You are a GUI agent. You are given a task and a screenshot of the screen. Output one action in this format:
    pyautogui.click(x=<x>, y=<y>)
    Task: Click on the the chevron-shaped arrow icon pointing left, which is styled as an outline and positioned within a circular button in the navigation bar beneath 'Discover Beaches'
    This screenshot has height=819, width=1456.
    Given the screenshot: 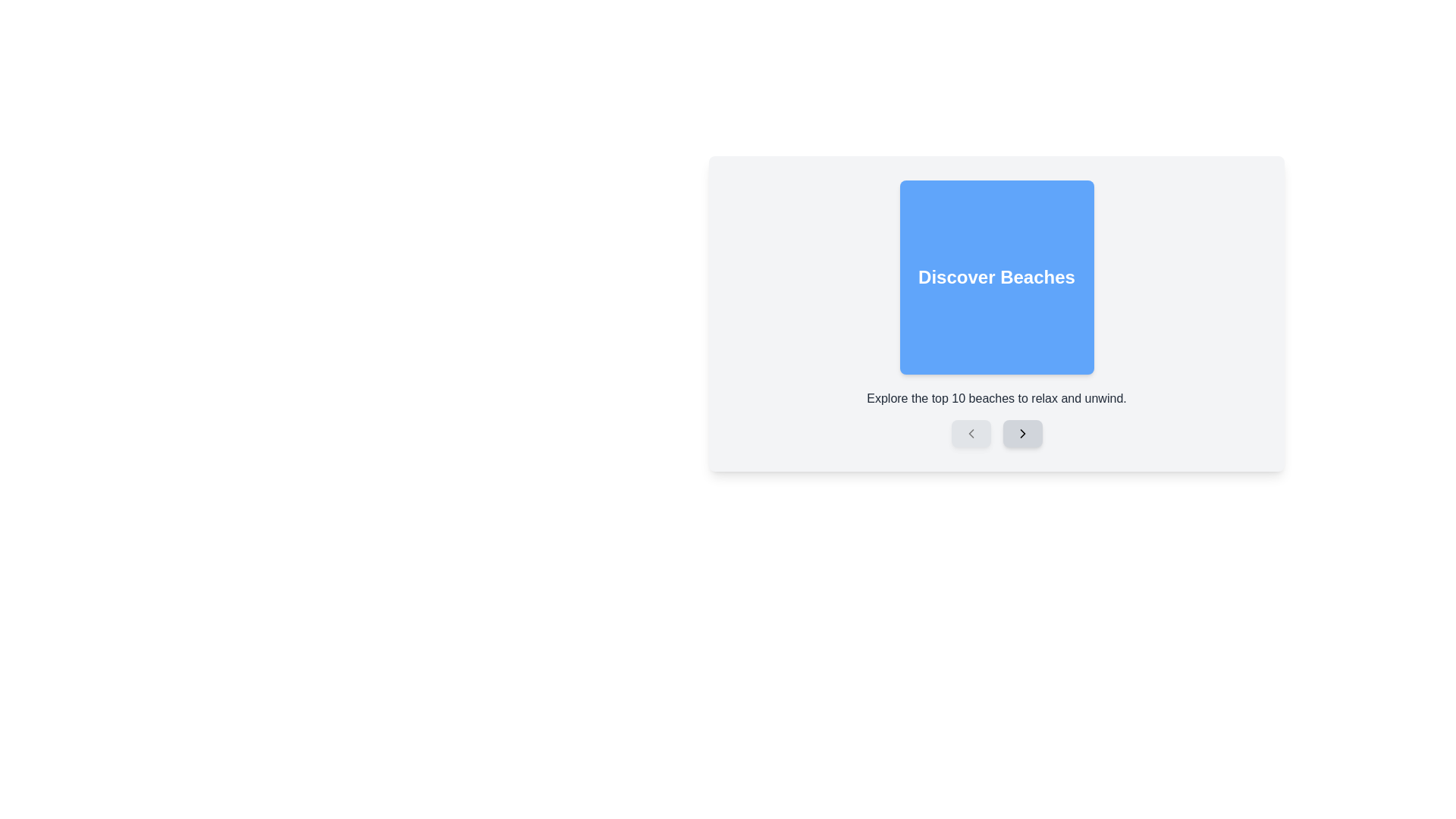 What is the action you would take?
    pyautogui.click(x=971, y=433)
    